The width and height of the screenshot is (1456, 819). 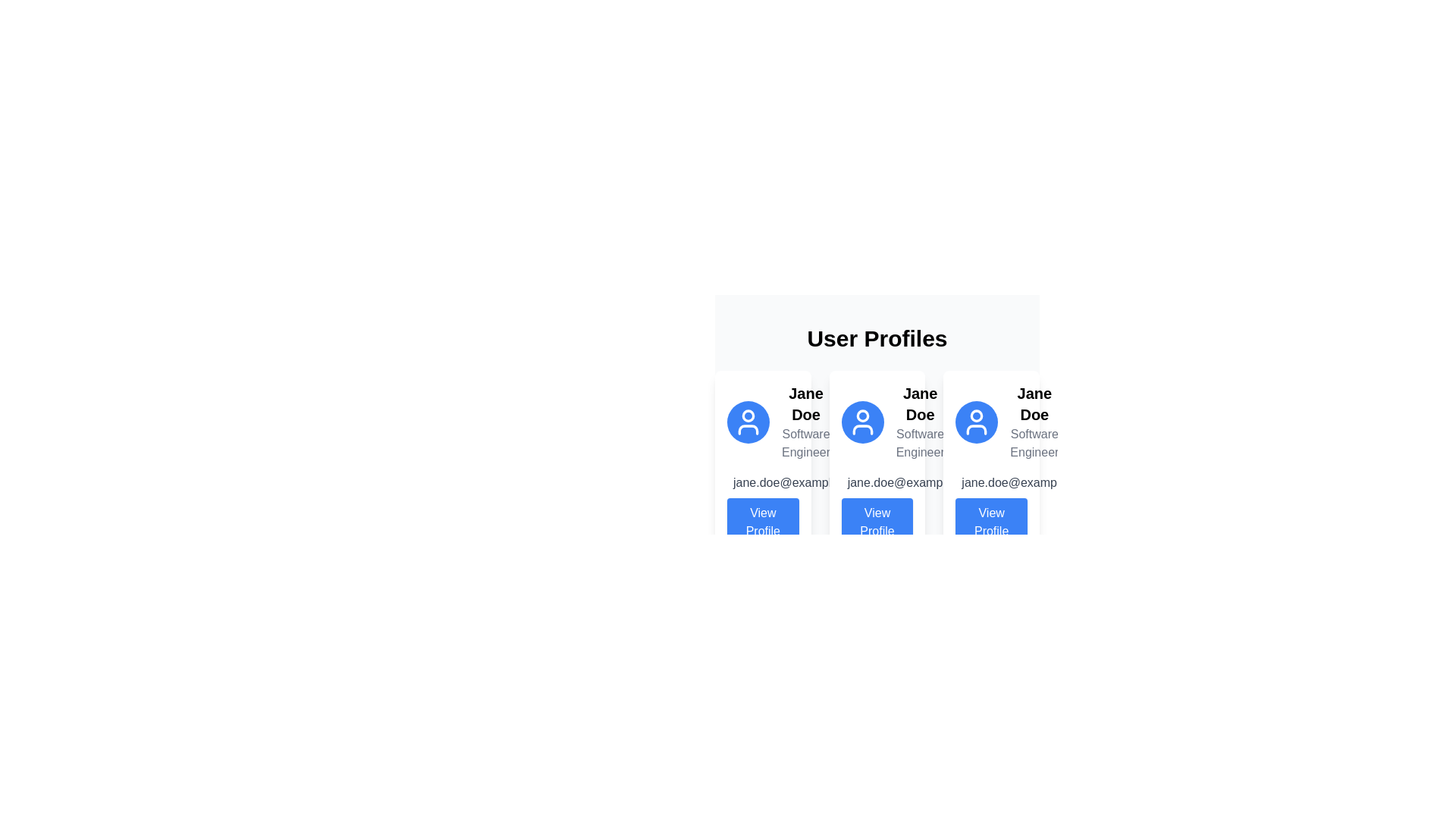 What do you see at coordinates (977, 416) in the screenshot?
I see `the circular part representing the head in the user profile illustration, located at the center-top of the rightmost user card in a series of three cards` at bounding box center [977, 416].